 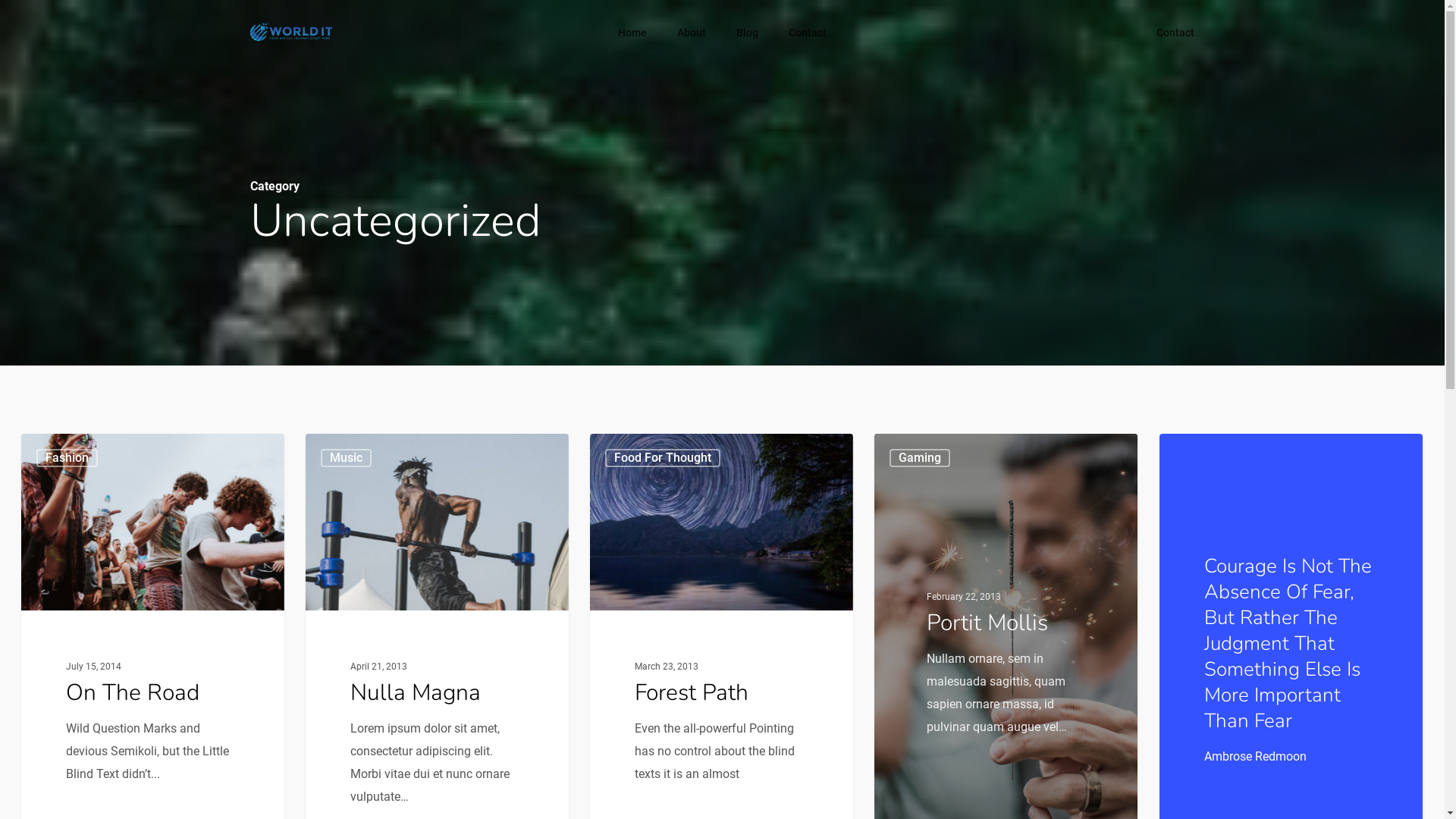 I want to click on 'Portit Mollis', so click(x=987, y=622).